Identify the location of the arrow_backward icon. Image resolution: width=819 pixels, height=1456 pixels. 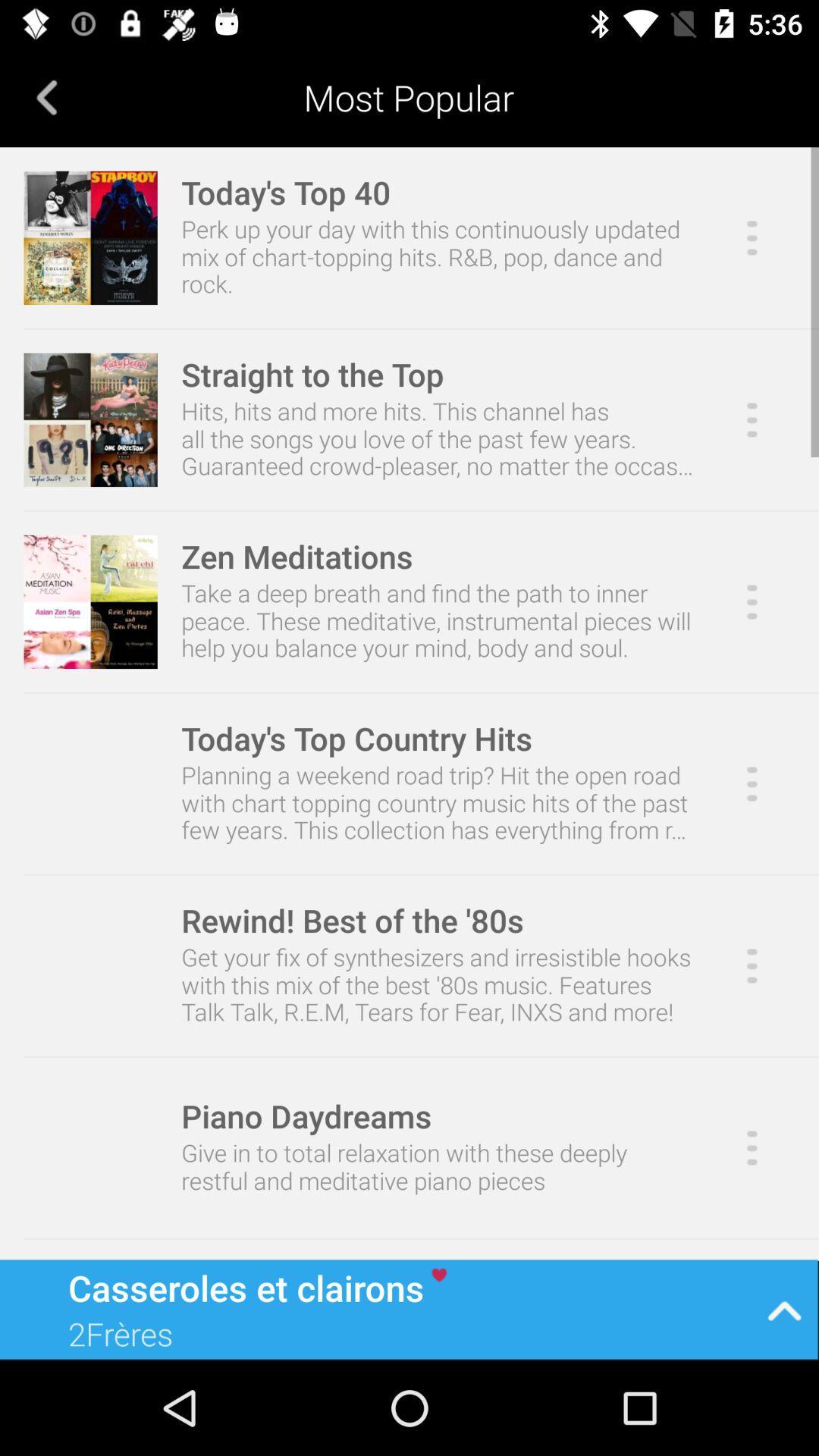
(46, 96).